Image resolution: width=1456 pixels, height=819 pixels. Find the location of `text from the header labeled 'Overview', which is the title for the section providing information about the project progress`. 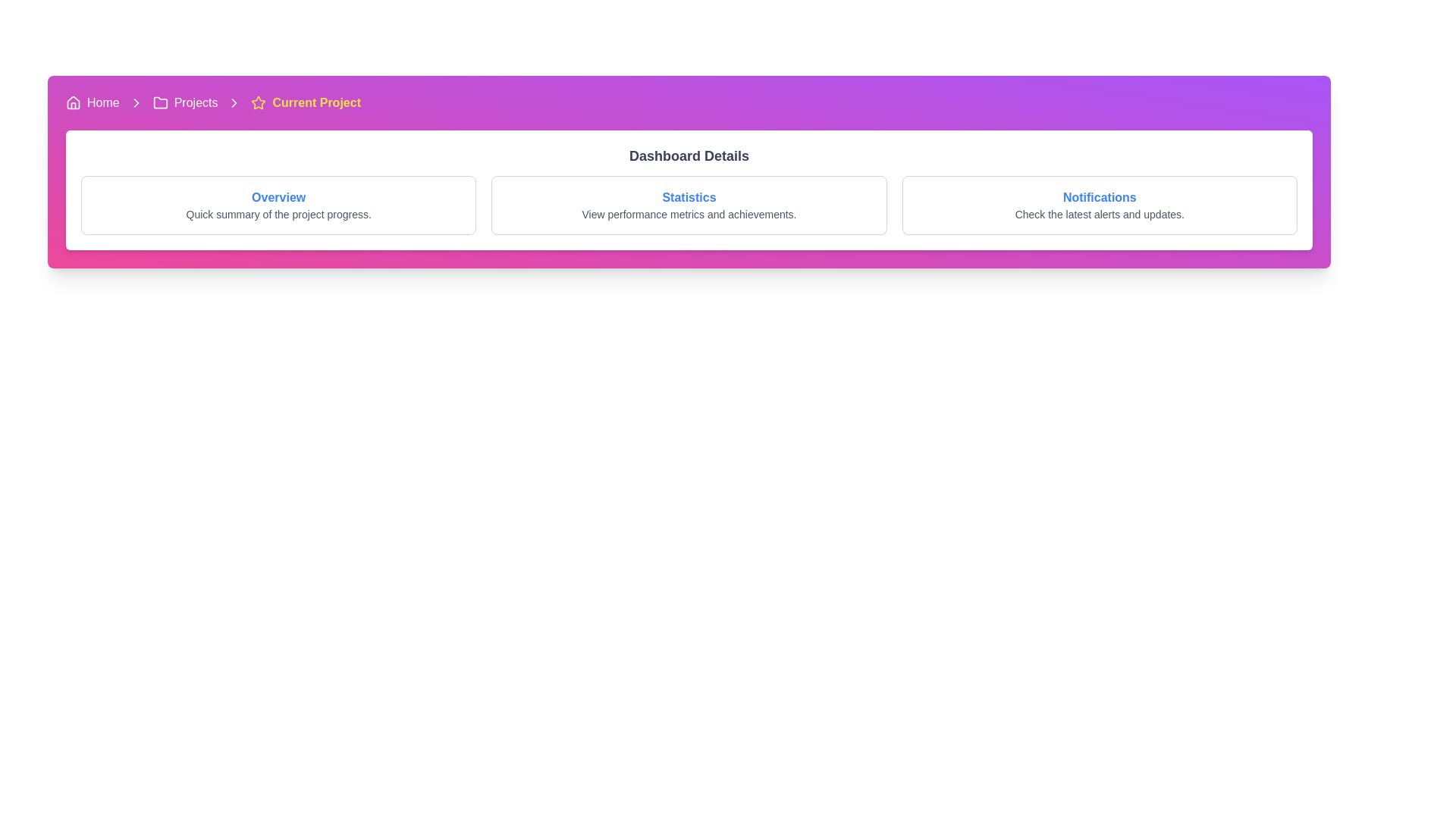

text from the header labeled 'Overview', which is the title for the section providing information about the project progress is located at coordinates (278, 197).